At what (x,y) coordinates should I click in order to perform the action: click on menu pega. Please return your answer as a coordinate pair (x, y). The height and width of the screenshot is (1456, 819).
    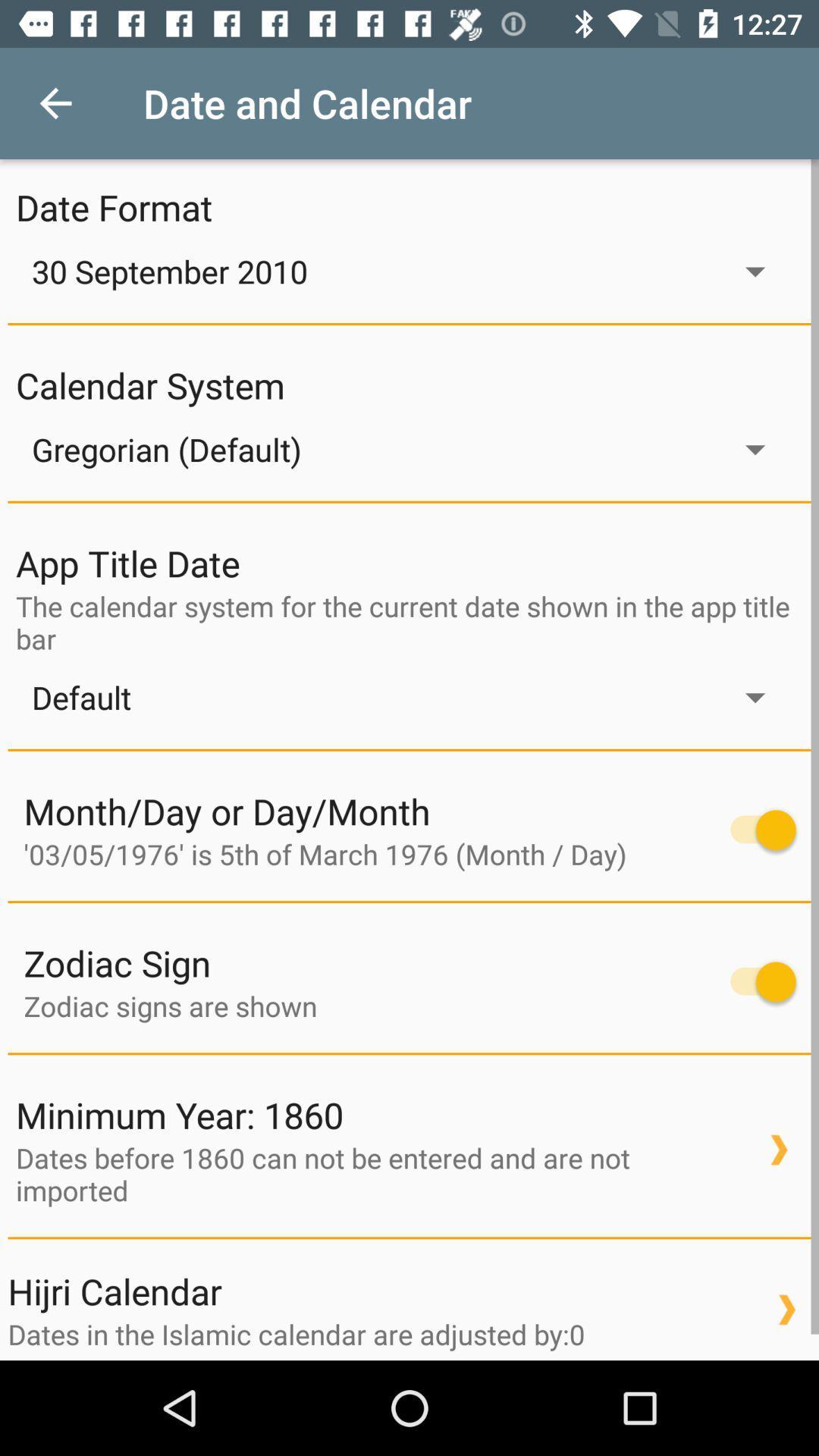
    Looking at the image, I should click on (755, 829).